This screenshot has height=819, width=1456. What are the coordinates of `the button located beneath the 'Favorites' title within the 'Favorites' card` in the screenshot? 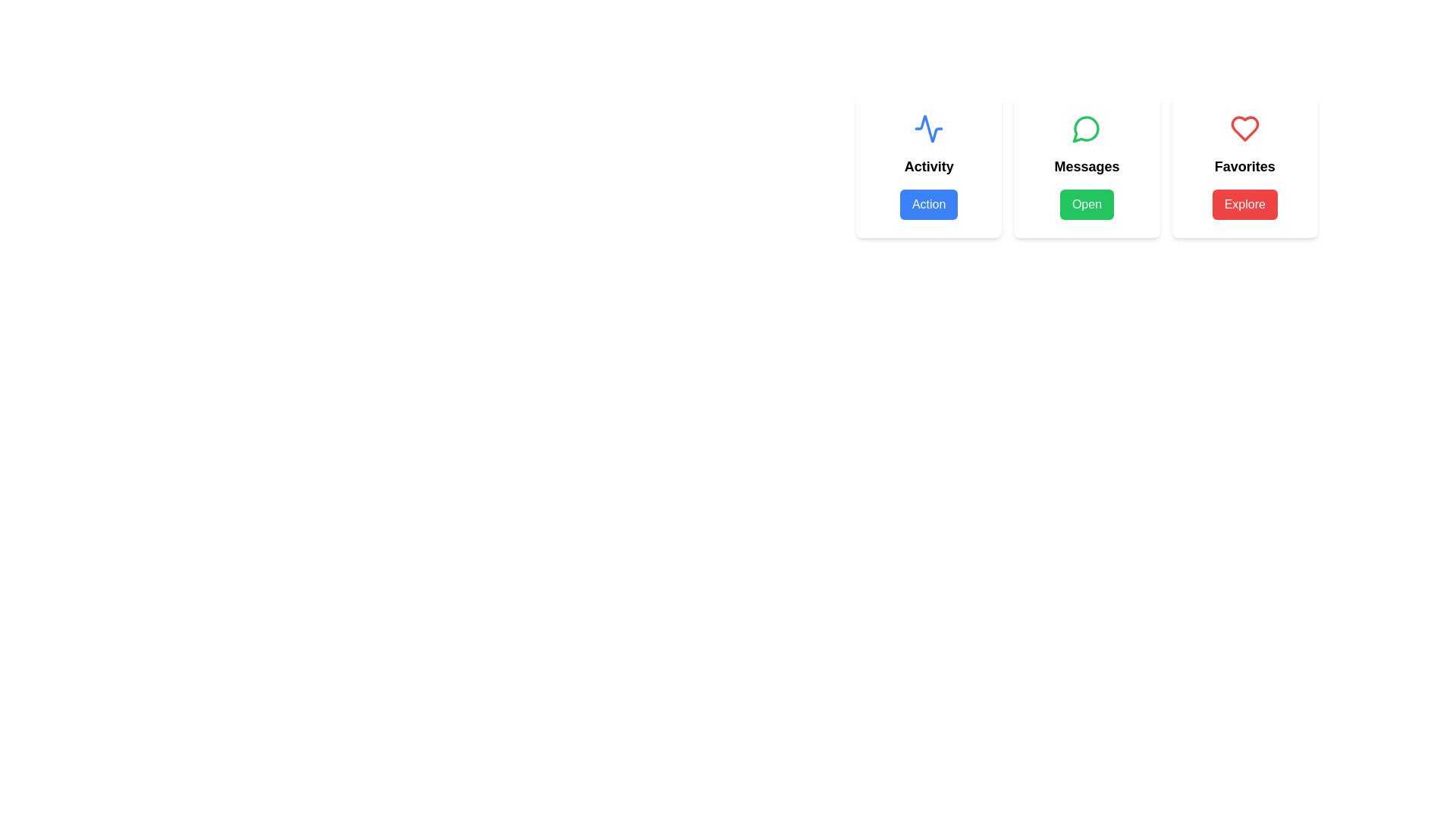 It's located at (1244, 205).